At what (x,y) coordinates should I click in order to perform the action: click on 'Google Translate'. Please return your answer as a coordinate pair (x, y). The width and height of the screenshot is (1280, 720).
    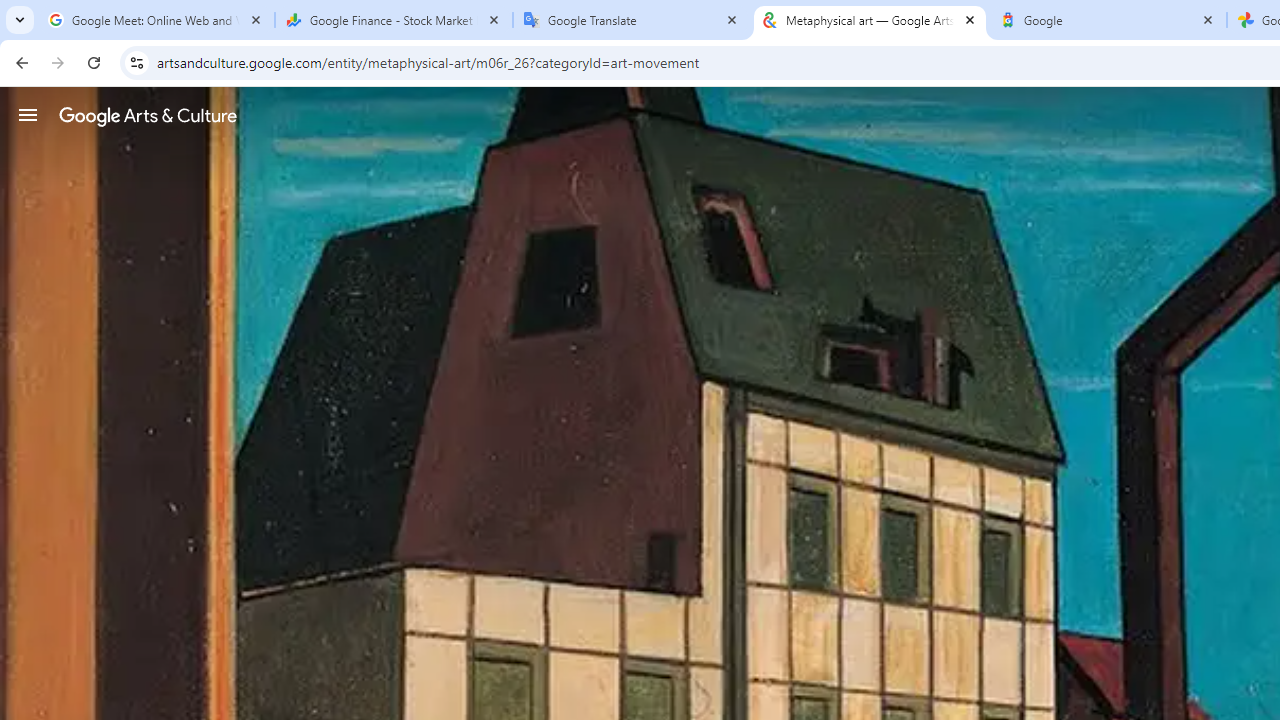
    Looking at the image, I should click on (631, 20).